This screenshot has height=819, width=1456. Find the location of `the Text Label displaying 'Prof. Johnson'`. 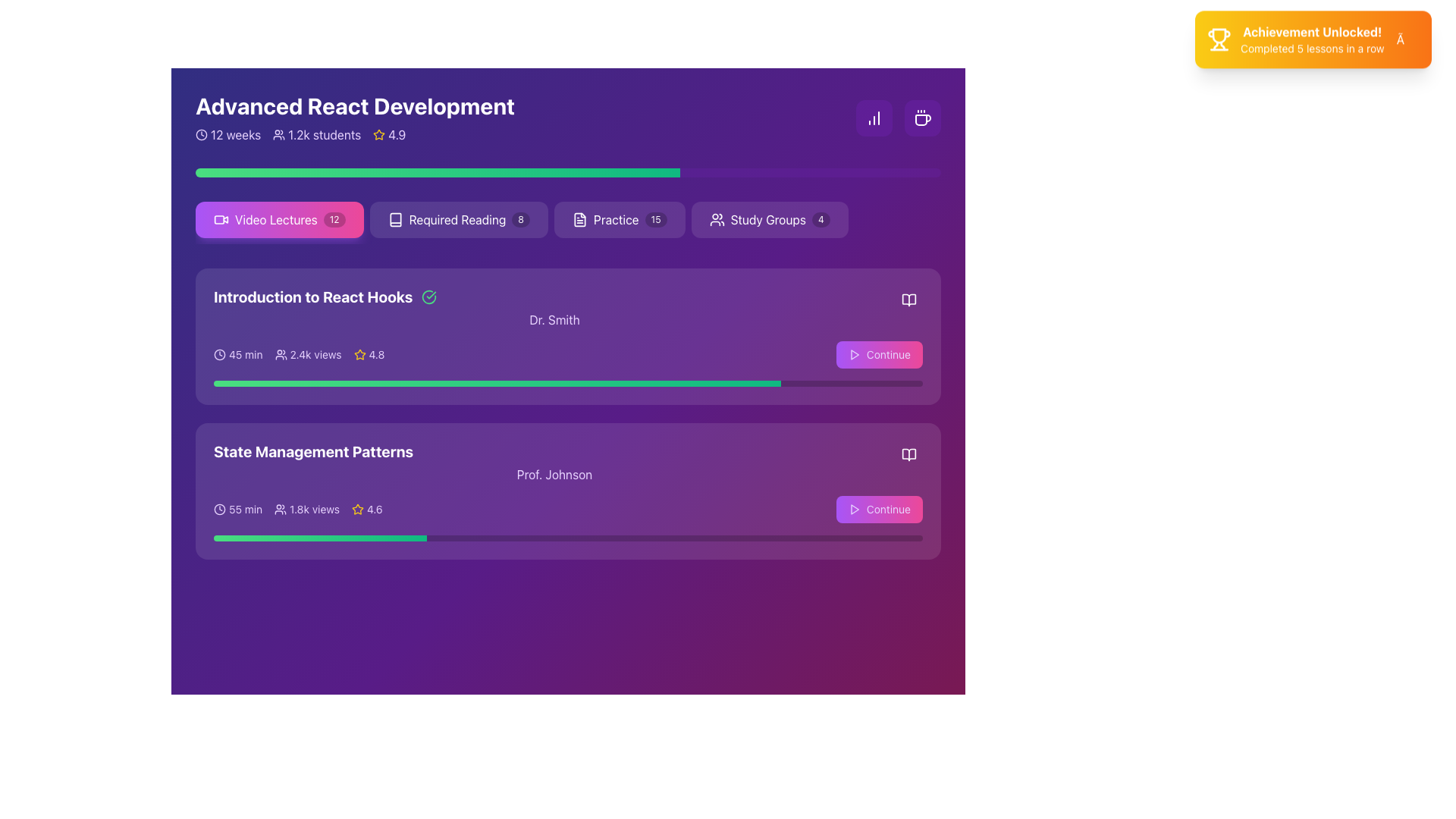

the Text Label displaying 'Prof. Johnson' is located at coordinates (554, 473).